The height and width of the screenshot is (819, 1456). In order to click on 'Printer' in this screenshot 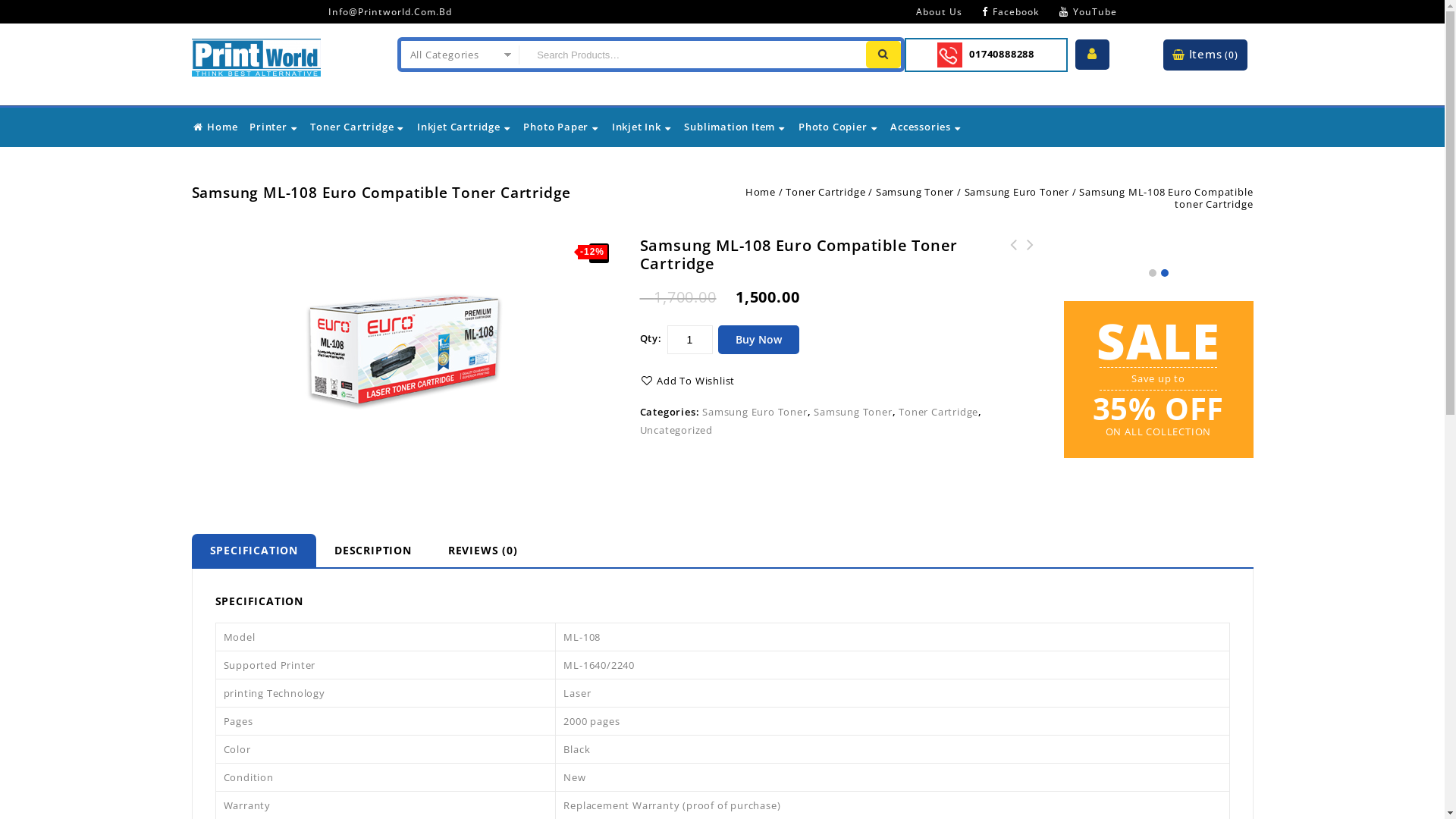, I will do `click(248, 125)`.